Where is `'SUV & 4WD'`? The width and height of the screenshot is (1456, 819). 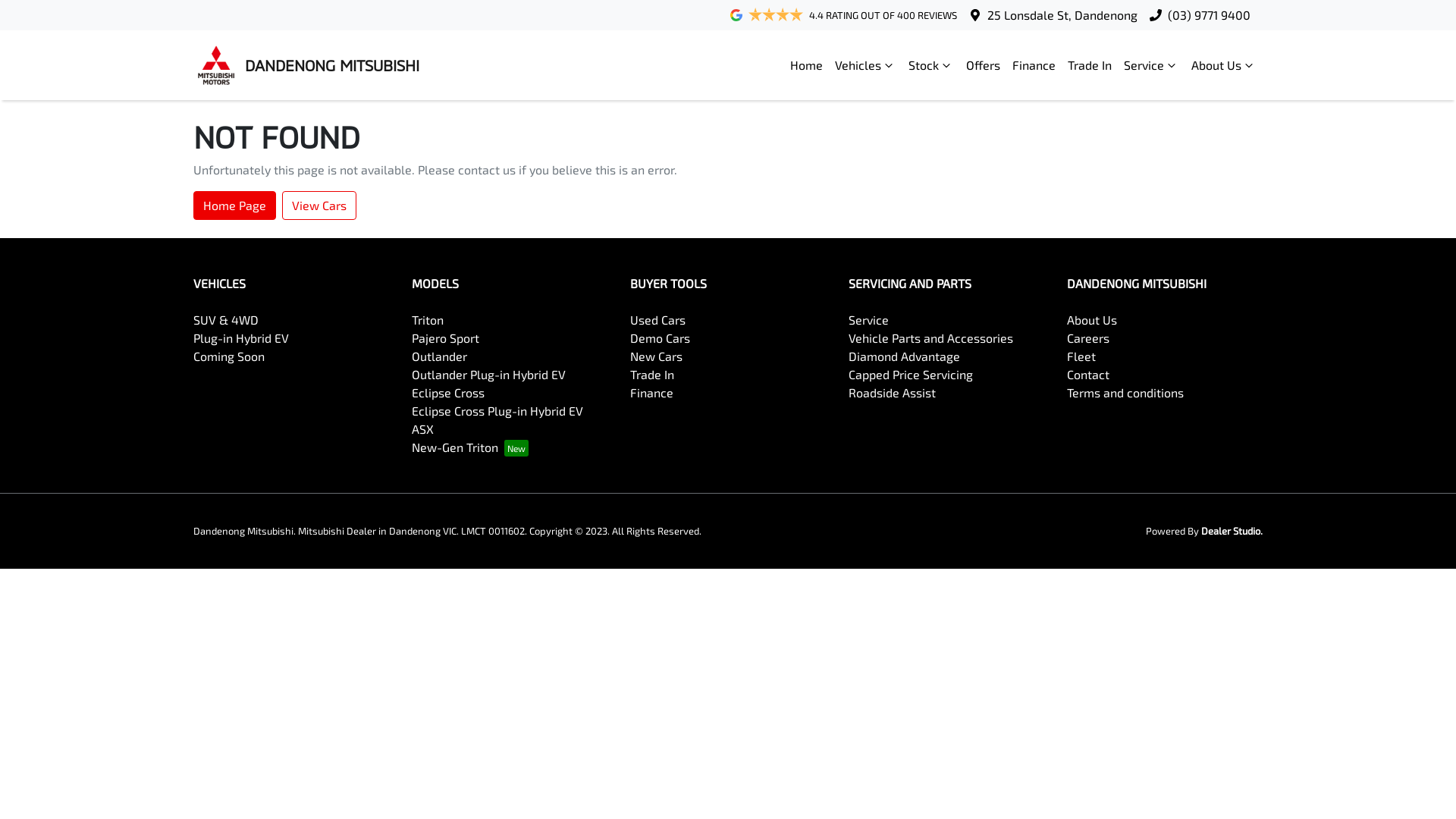 'SUV & 4WD' is located at coordinates (224, 318).